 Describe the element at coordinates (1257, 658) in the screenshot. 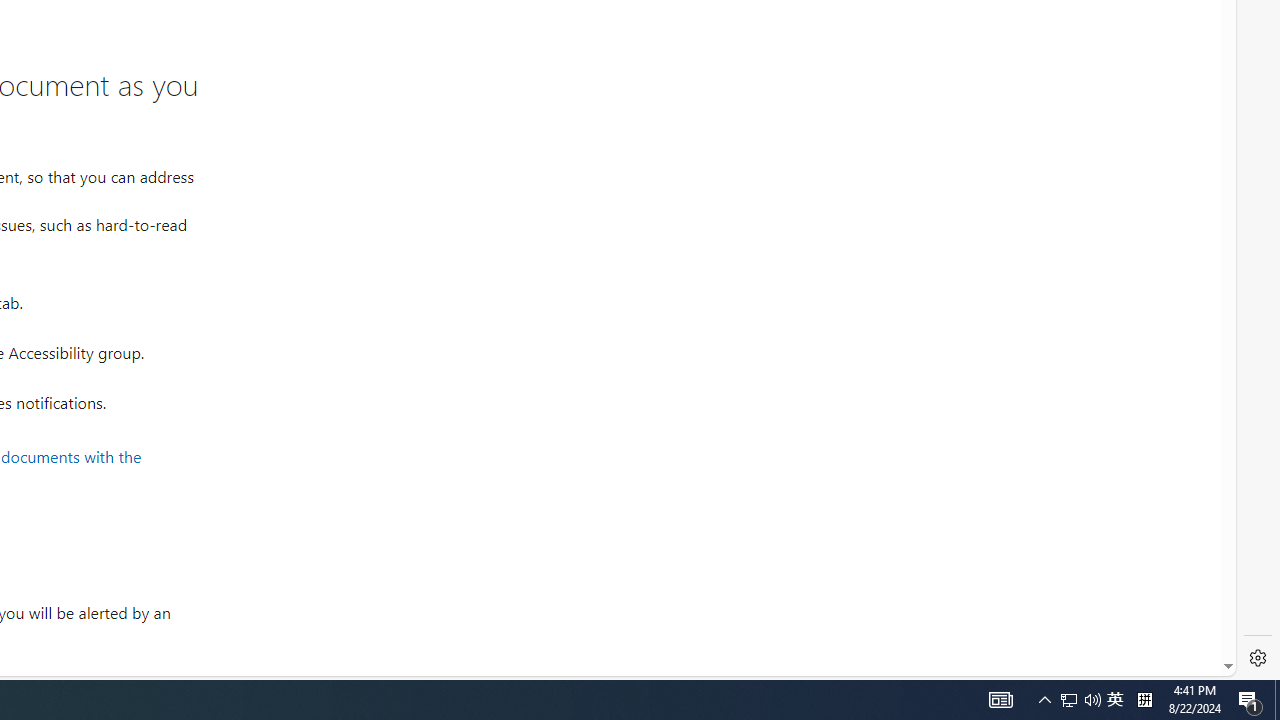

I see `'Settings'` at that location.